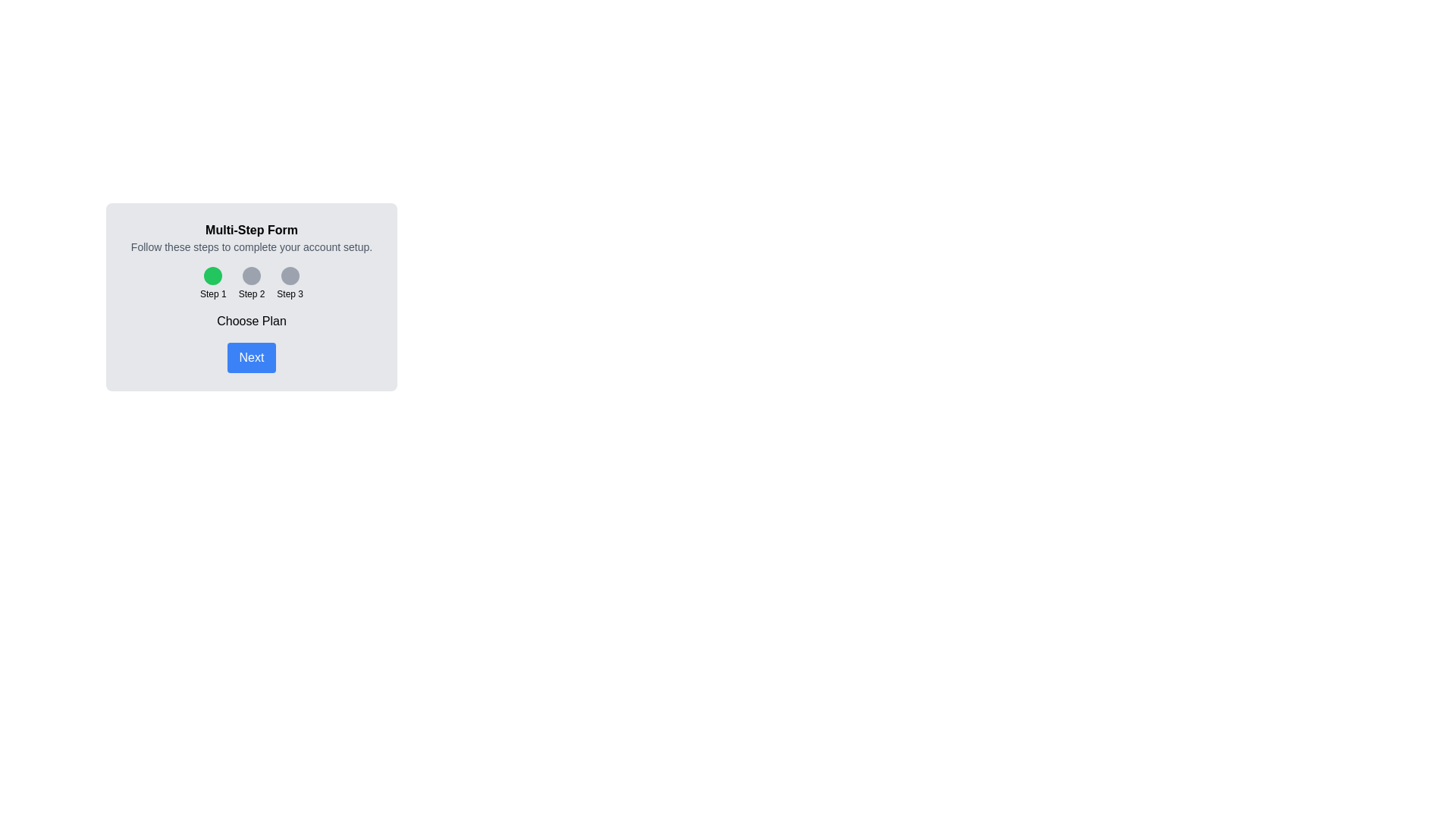 The width and height of the screenshot is (1456, 819). Describe the element at coordinates (290, 284) in the screenshot. I see `the step indicator for Step 3 to navigate to that step` at that location.